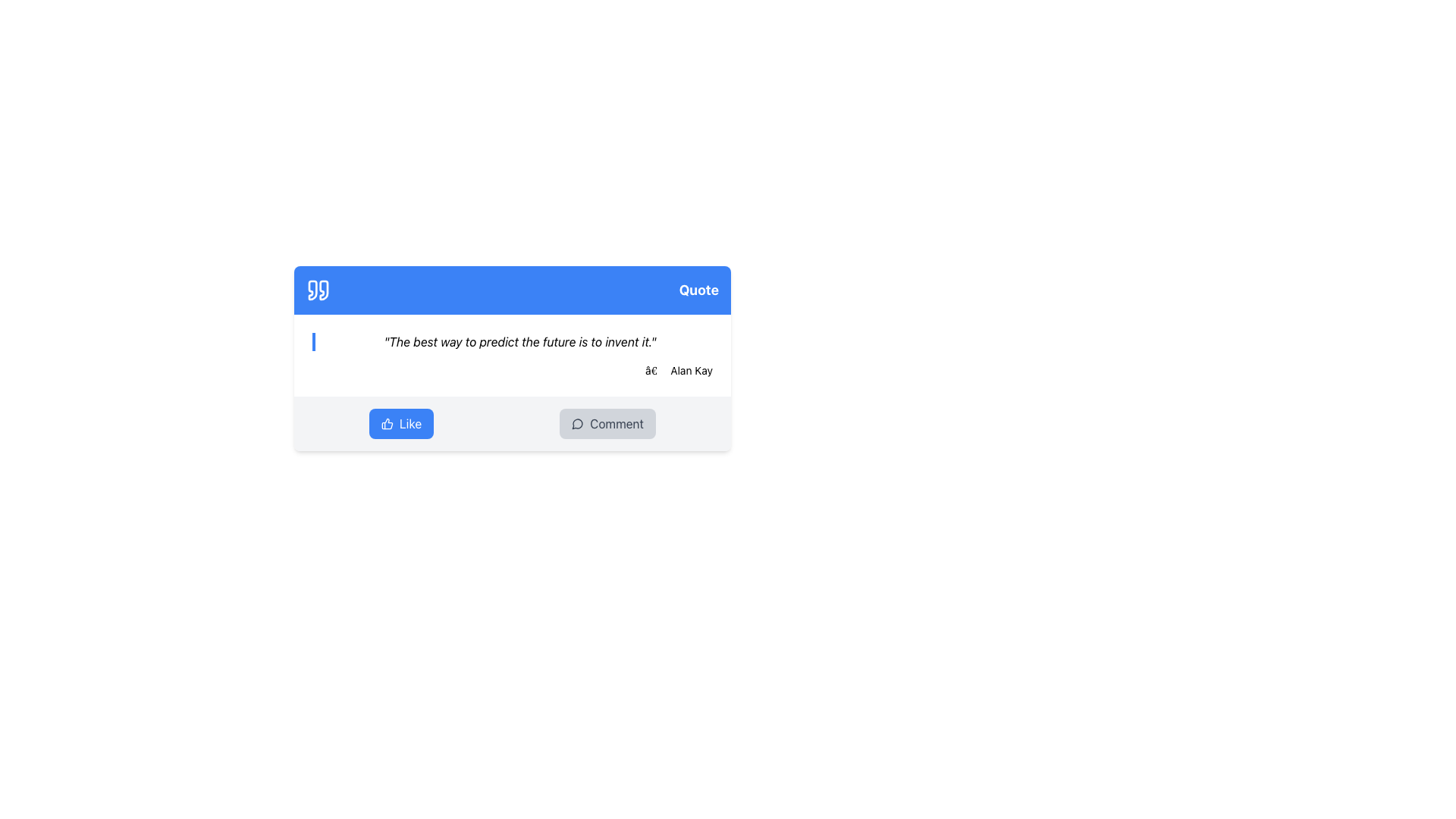  Describe the element at coordinates (312, 290) in the screenshot. I see `the blue quotation mark graphical icon located in the top-left corner of the card component, which serves as a decorative element adjacent to the quoted text` at that location.